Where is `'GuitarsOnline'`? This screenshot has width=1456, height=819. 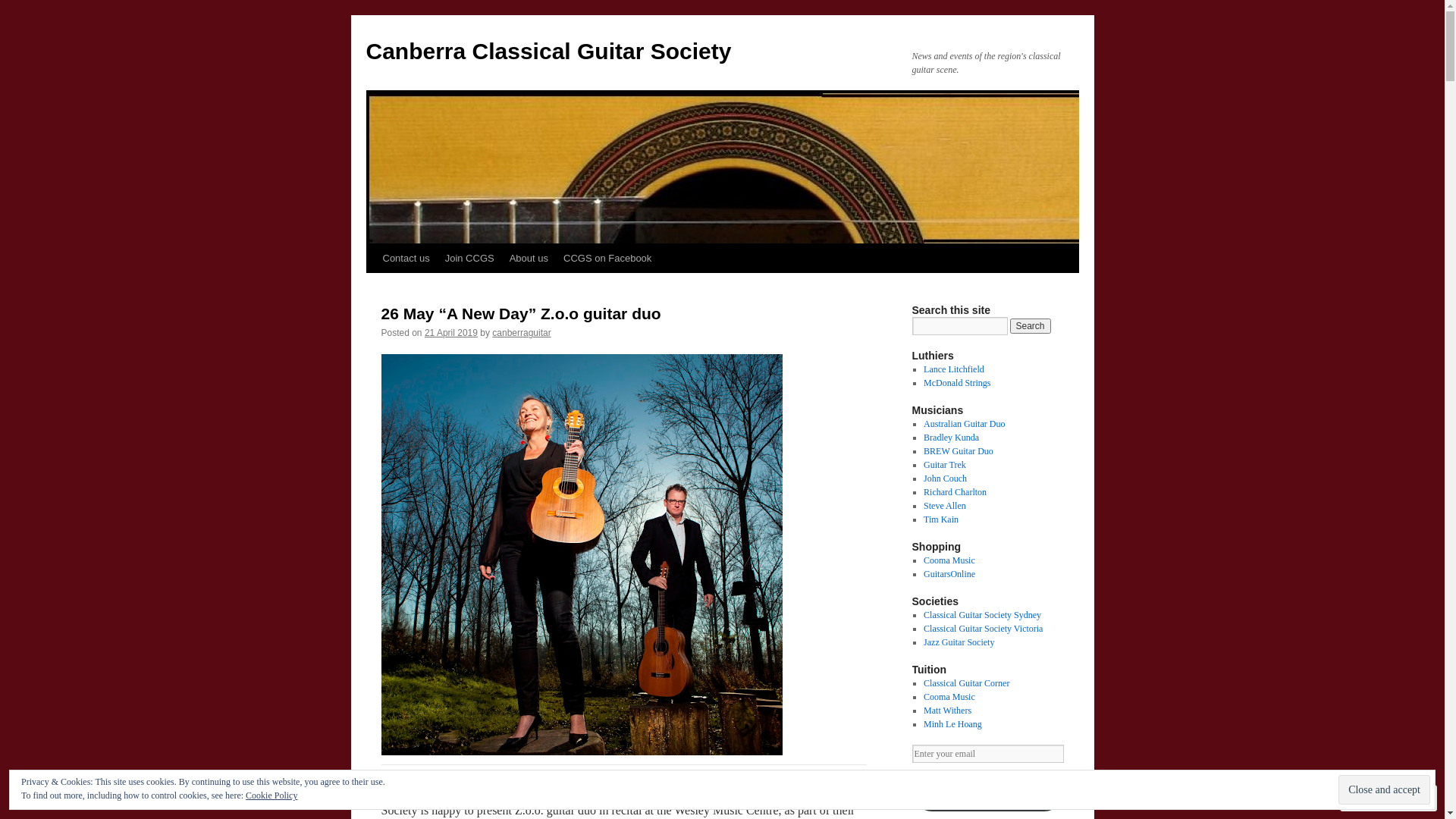 'GuitarsOnline' is located at coordinates (949, 573).